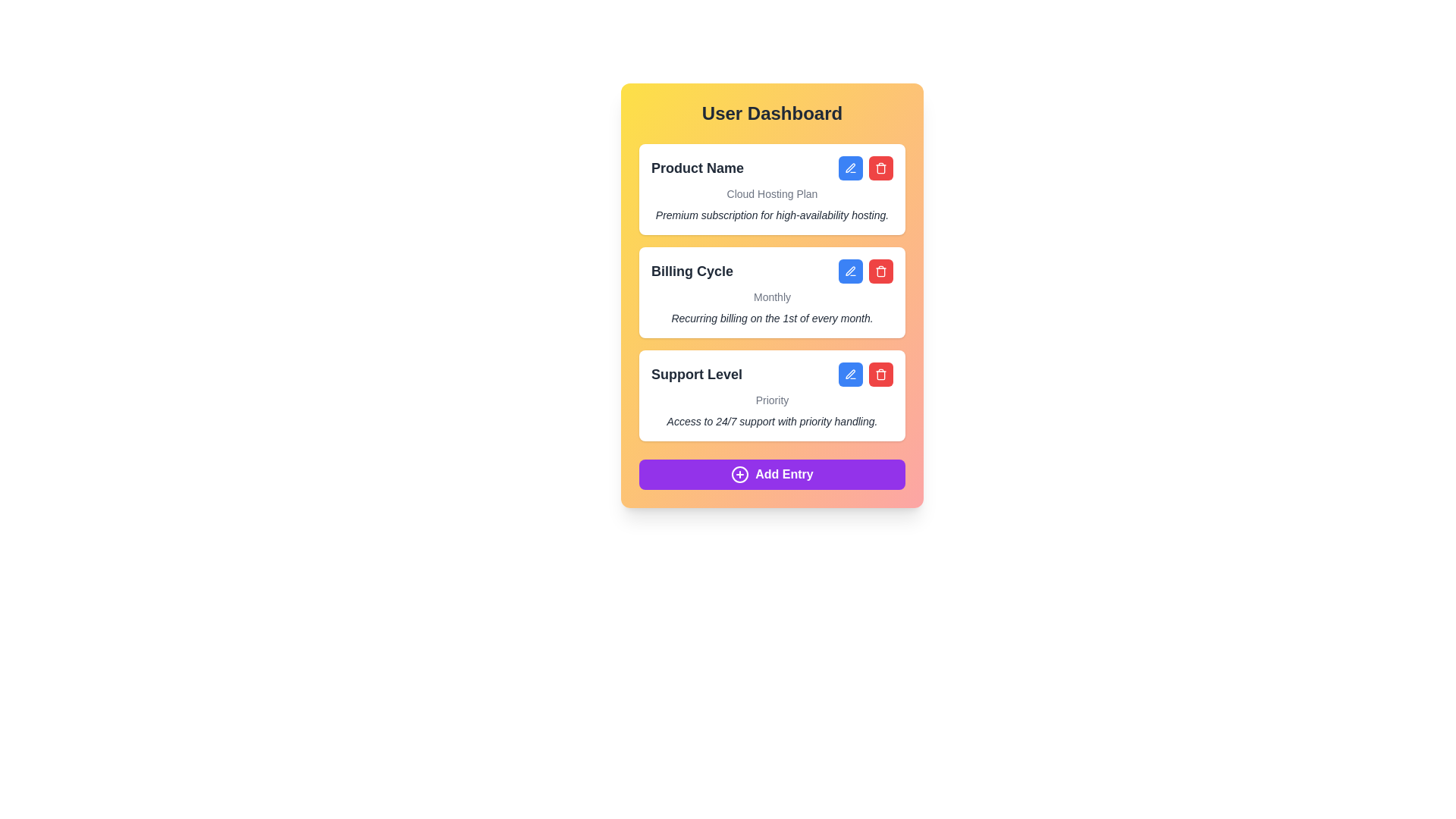 This screenshot has width=1456, height=819. What do you see at coordinates (772, 215) in the screenshot?
I see `the static text displaying 'Premium subscription for high-availability hosting.' which is styled in italic and located beneath the 'Cloud Hosting Plan' header` at bounding box center [772, 215].